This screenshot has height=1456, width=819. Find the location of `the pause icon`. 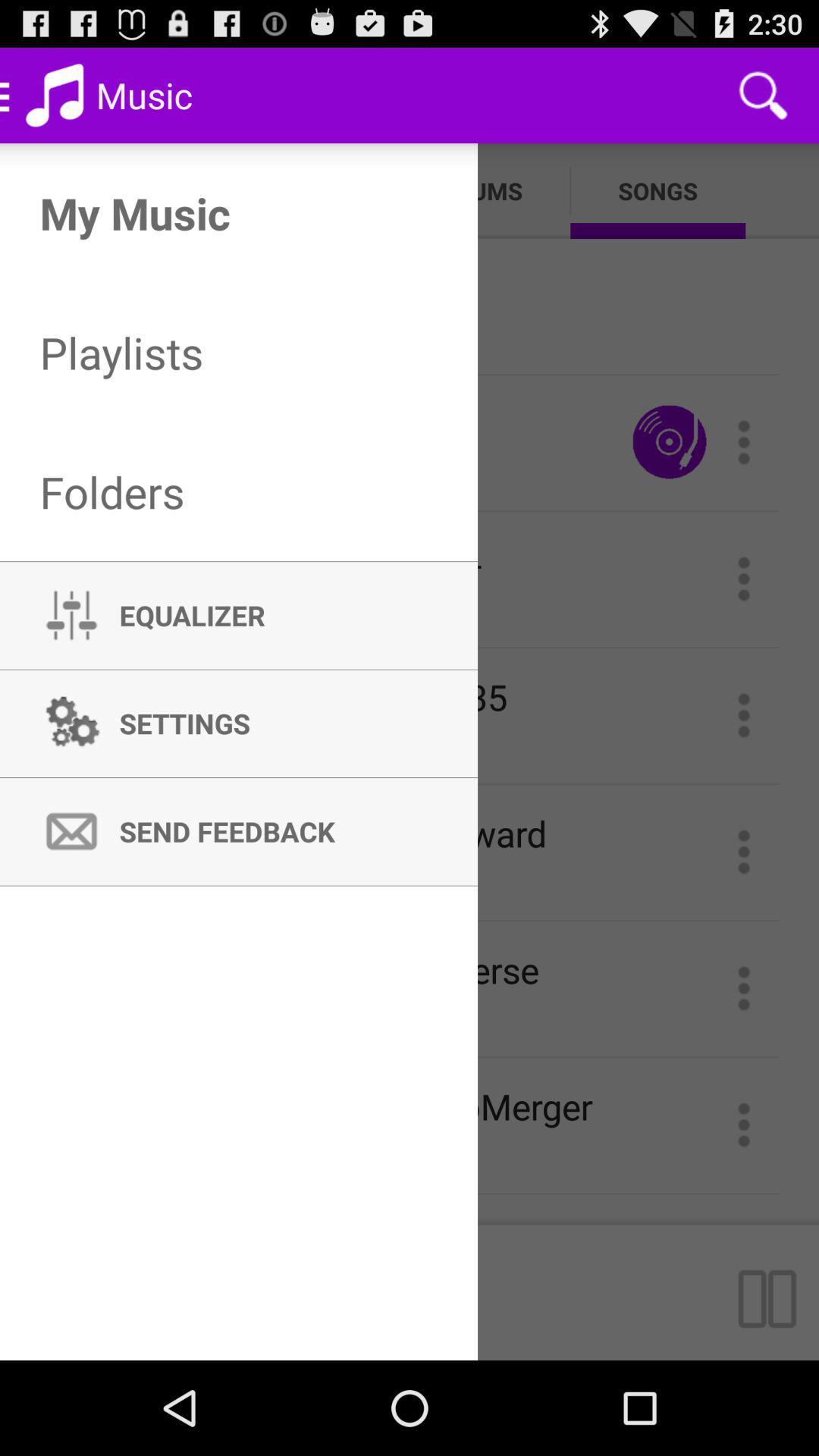

the pause icon is located at coordinates (767, 1390).